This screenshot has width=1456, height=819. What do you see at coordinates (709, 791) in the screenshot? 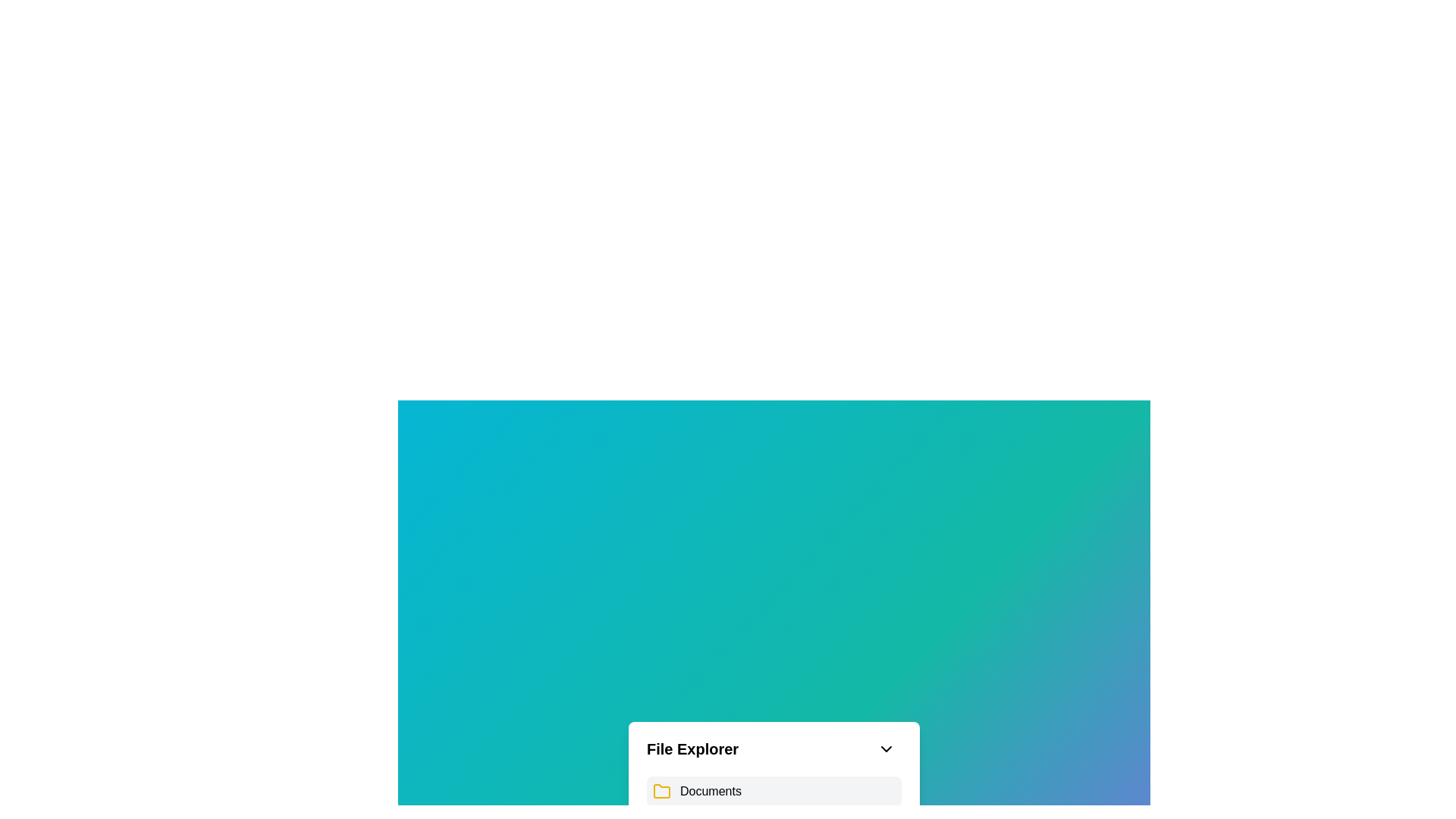
I see `the Documents from the FileManagementMenu` at bounding box center [709, 791].